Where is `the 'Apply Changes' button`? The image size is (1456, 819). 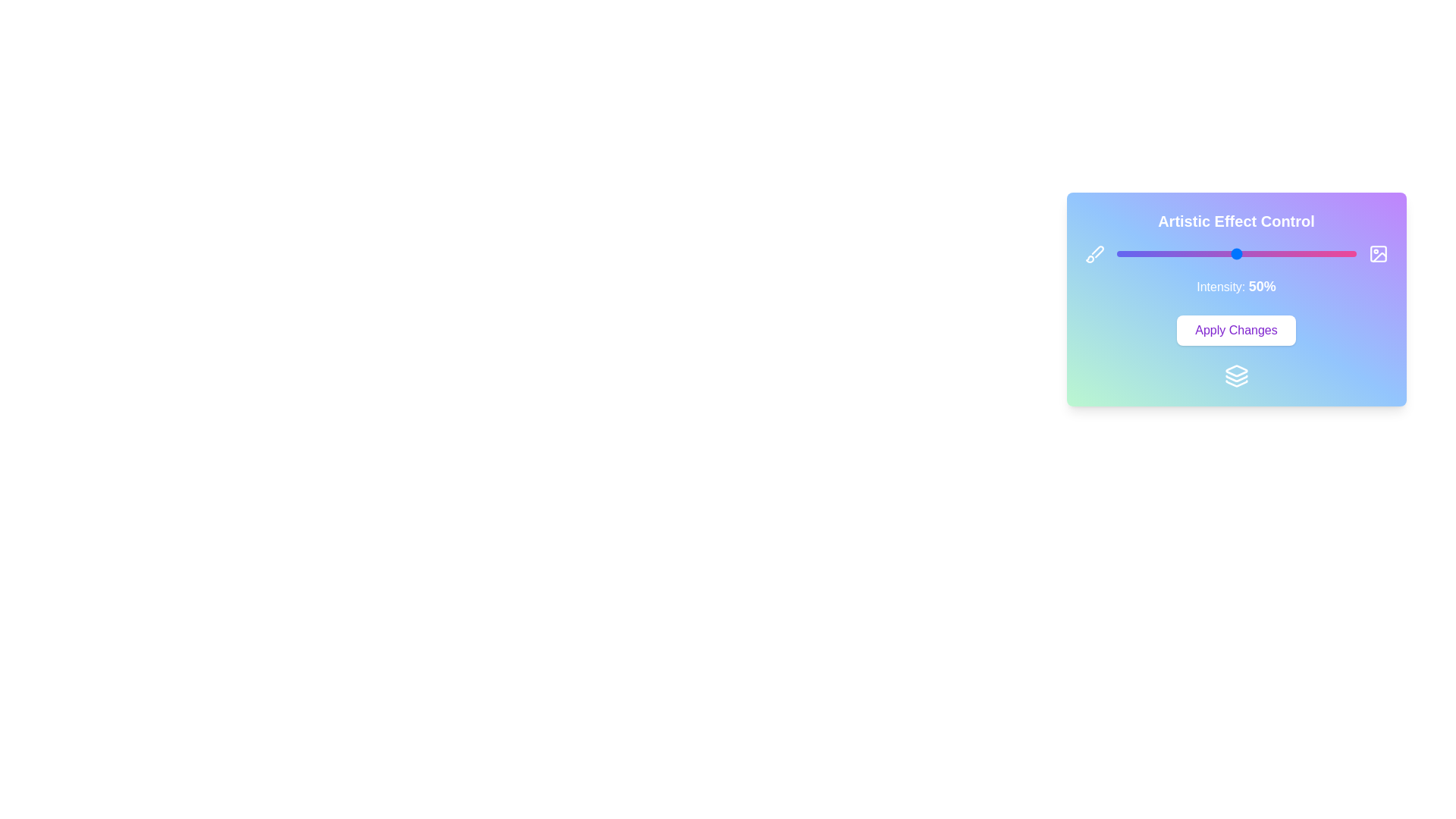
the 'Apply Changes' button is located at coordinates (1236, 329).